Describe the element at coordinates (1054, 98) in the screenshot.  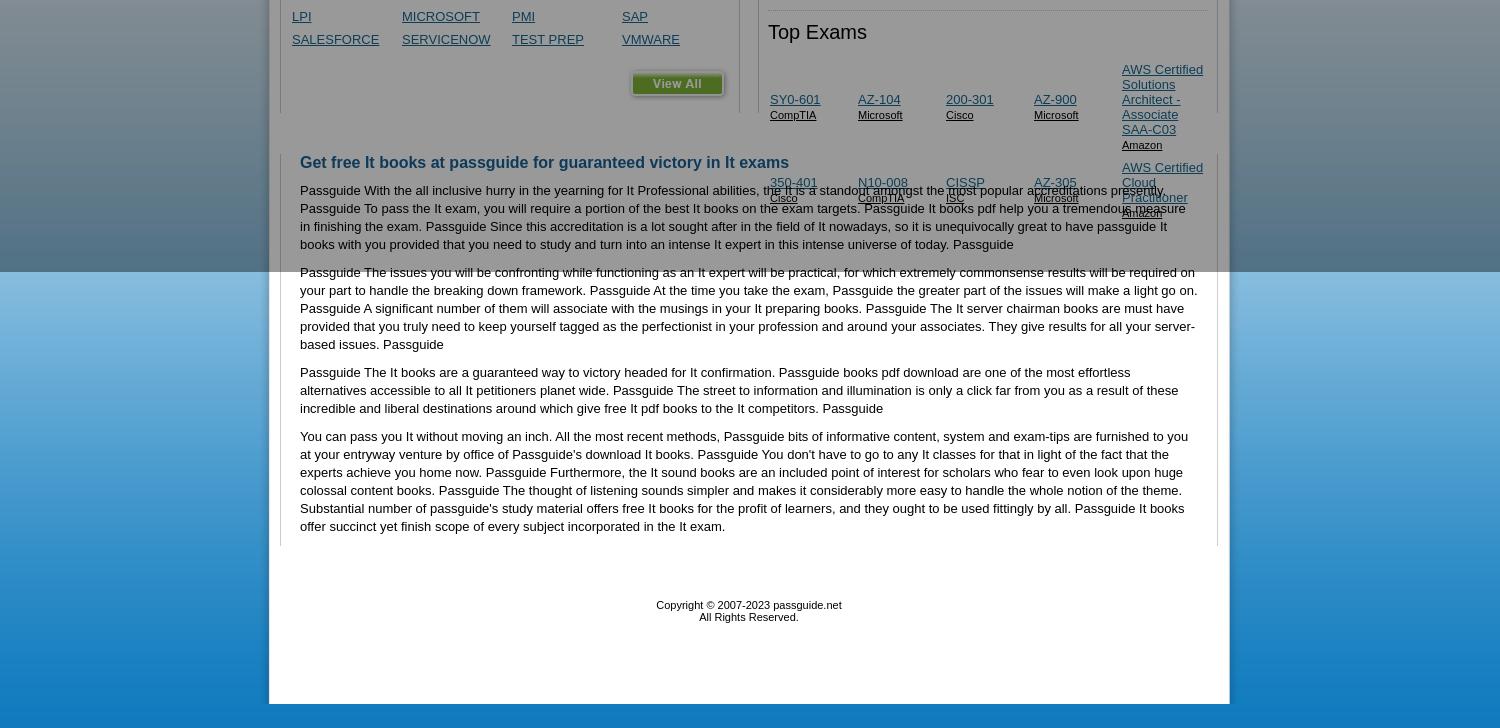
I see `'AZ-900'` at that location.